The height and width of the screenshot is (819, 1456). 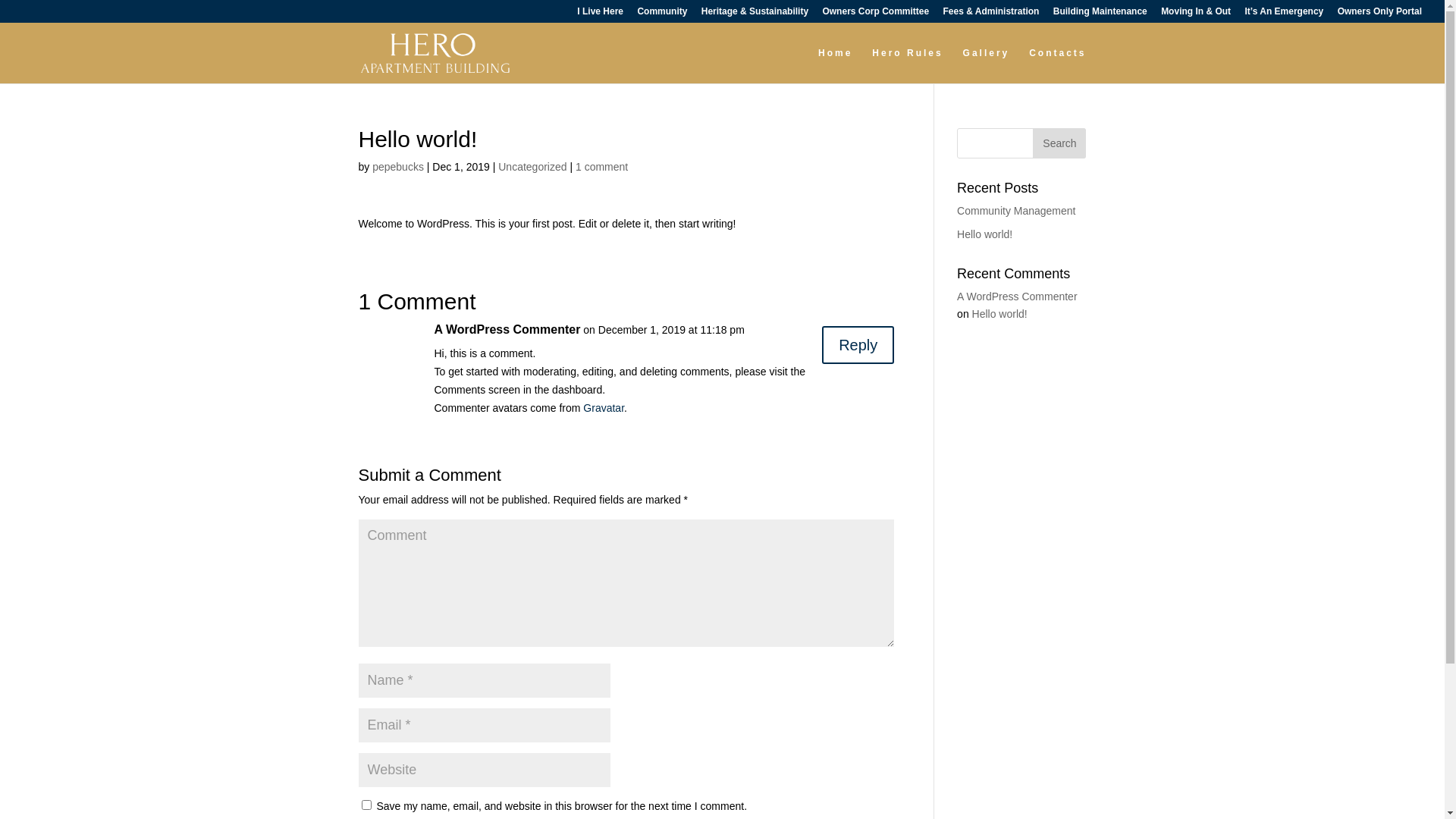 What do you see at coordinates (701, 14) in the screenshot?
I see `'Heritage & Sustainability'` at bounding box center [701, 14].